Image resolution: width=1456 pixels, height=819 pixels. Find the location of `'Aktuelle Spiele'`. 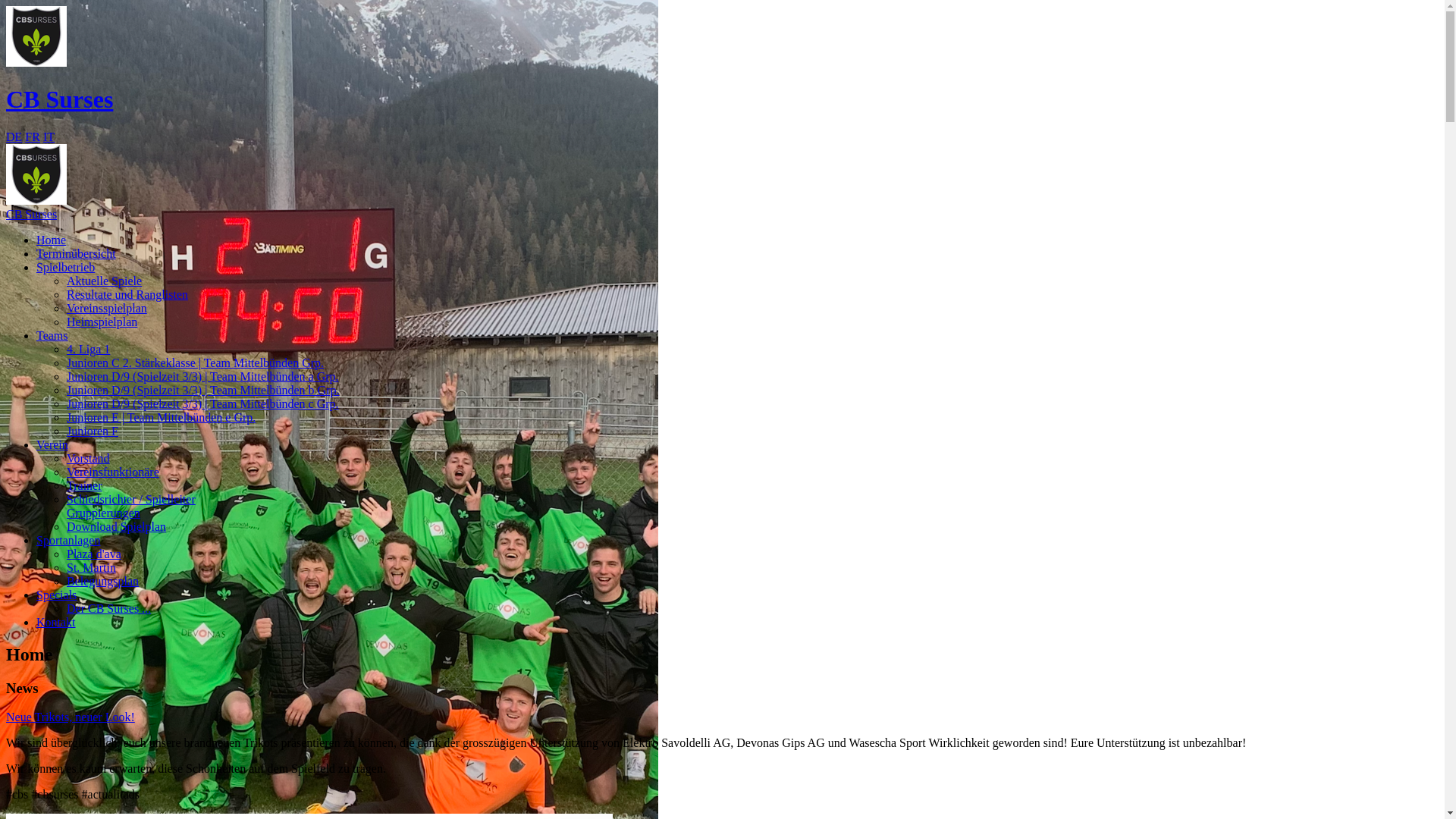

'Aktuelle Spiele' is located at coordinates (103, 281).